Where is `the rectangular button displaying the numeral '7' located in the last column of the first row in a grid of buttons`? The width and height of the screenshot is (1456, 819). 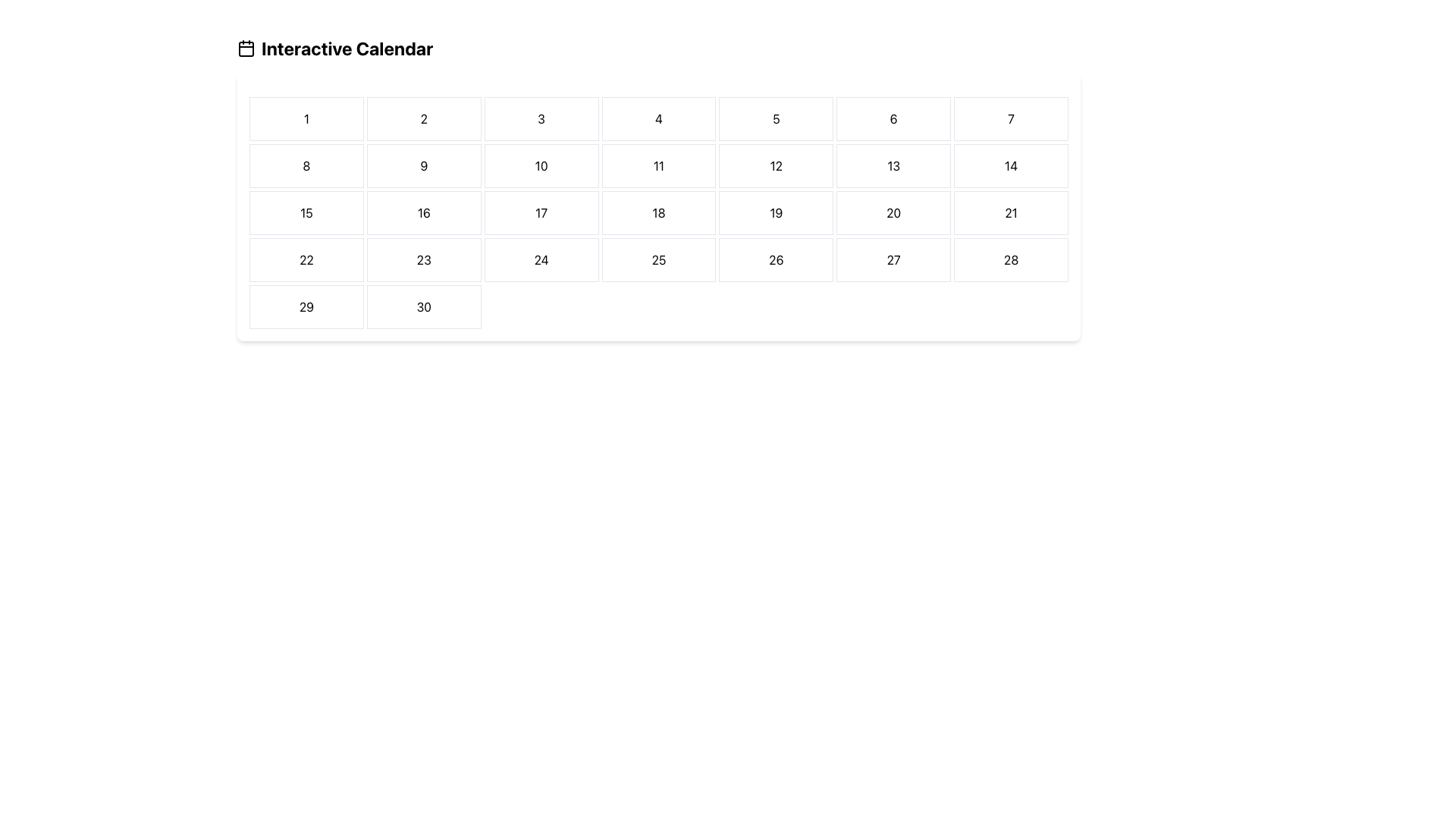 the rectangular button displaying the numeral '7' located in the last column of the first row in a grid of buttons is located at coordinates (1011, 118).